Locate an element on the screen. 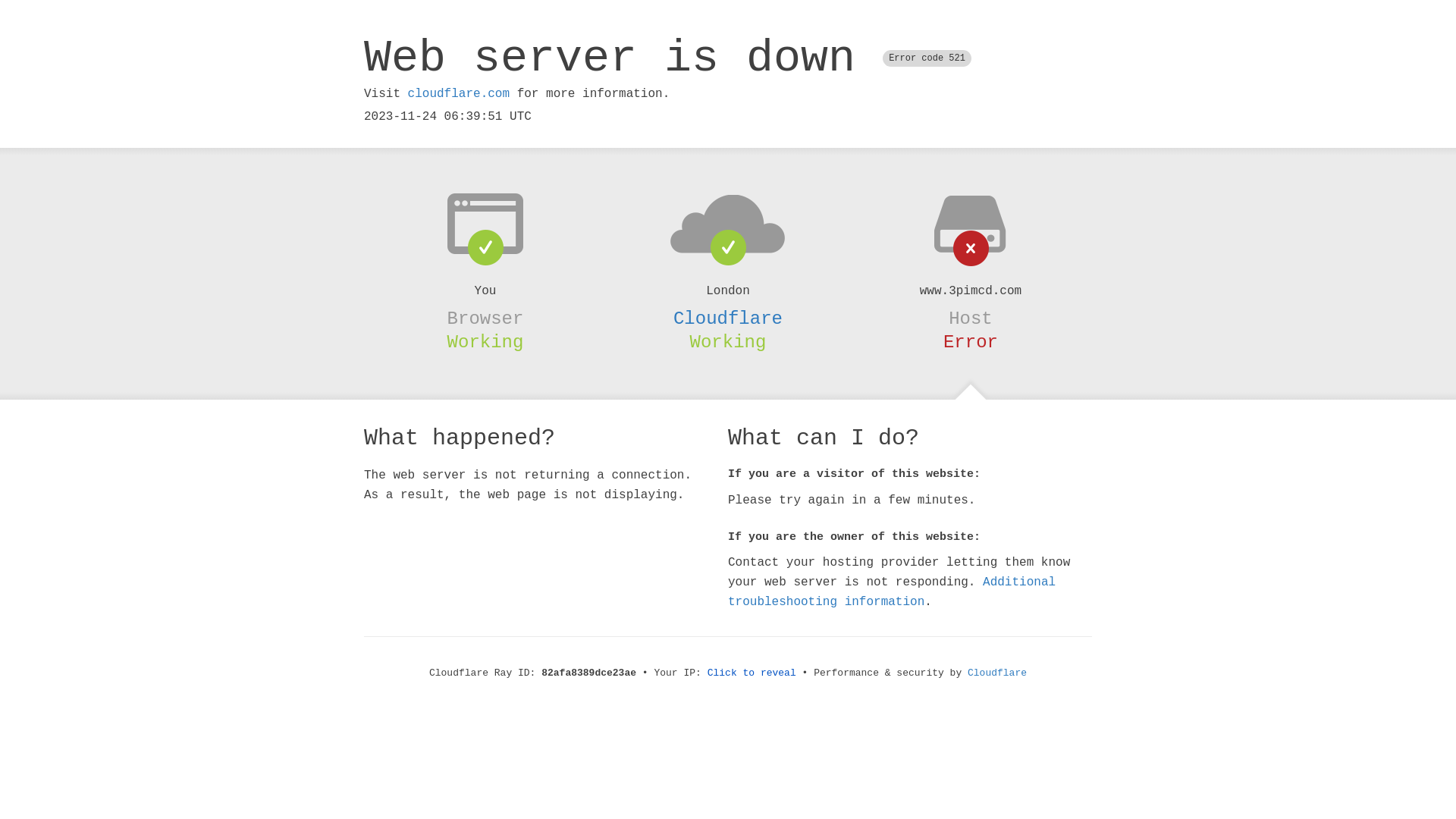 Image resolution: width=1456 pixels, height=819 pixels. 'Cloudflare' is located at coordinates (728, 318).